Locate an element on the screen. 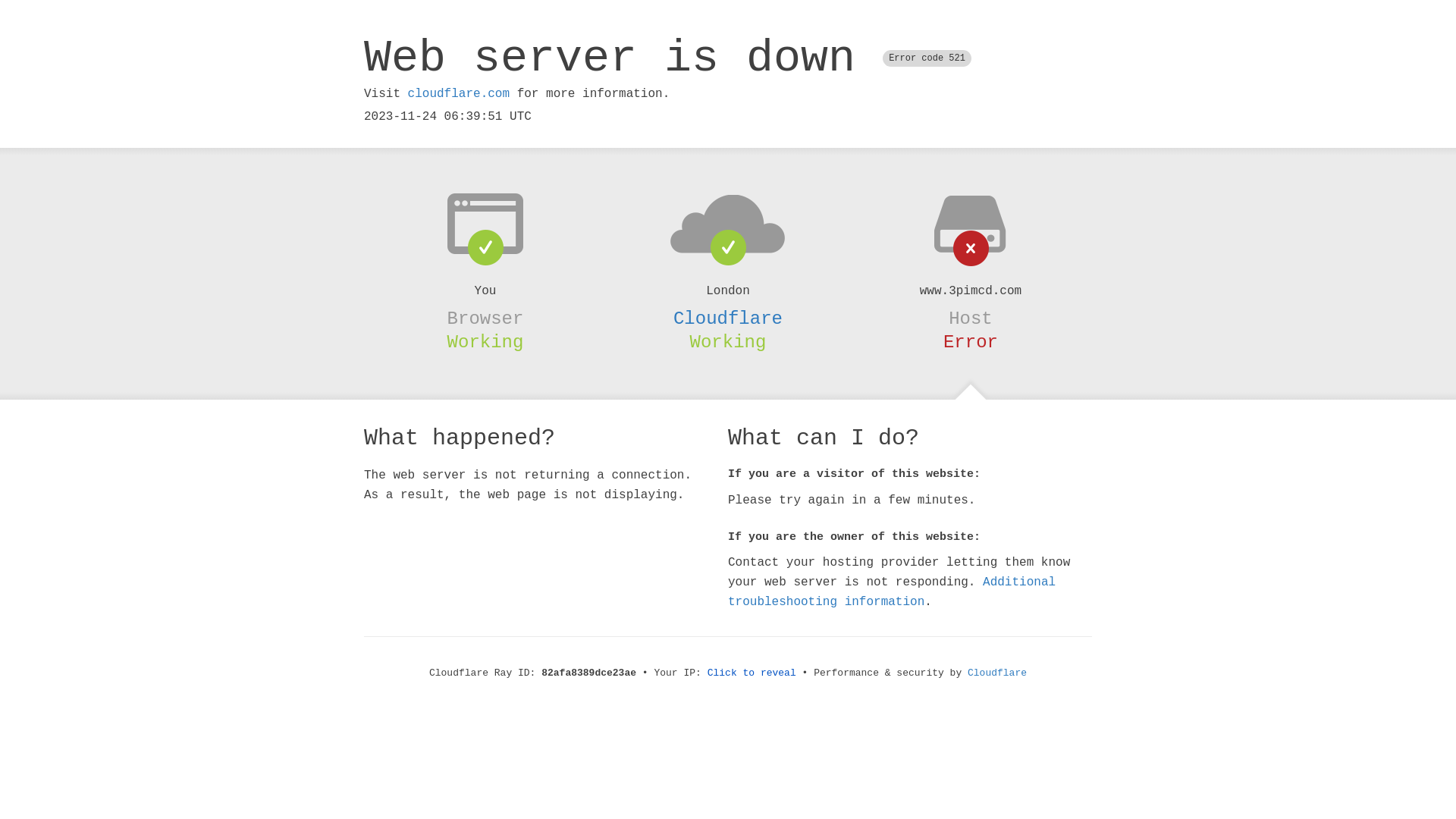 Image resolution: width=1456 pixels, height=819 pixels. 'Cloudflare' is located at coordinates (728, 318).